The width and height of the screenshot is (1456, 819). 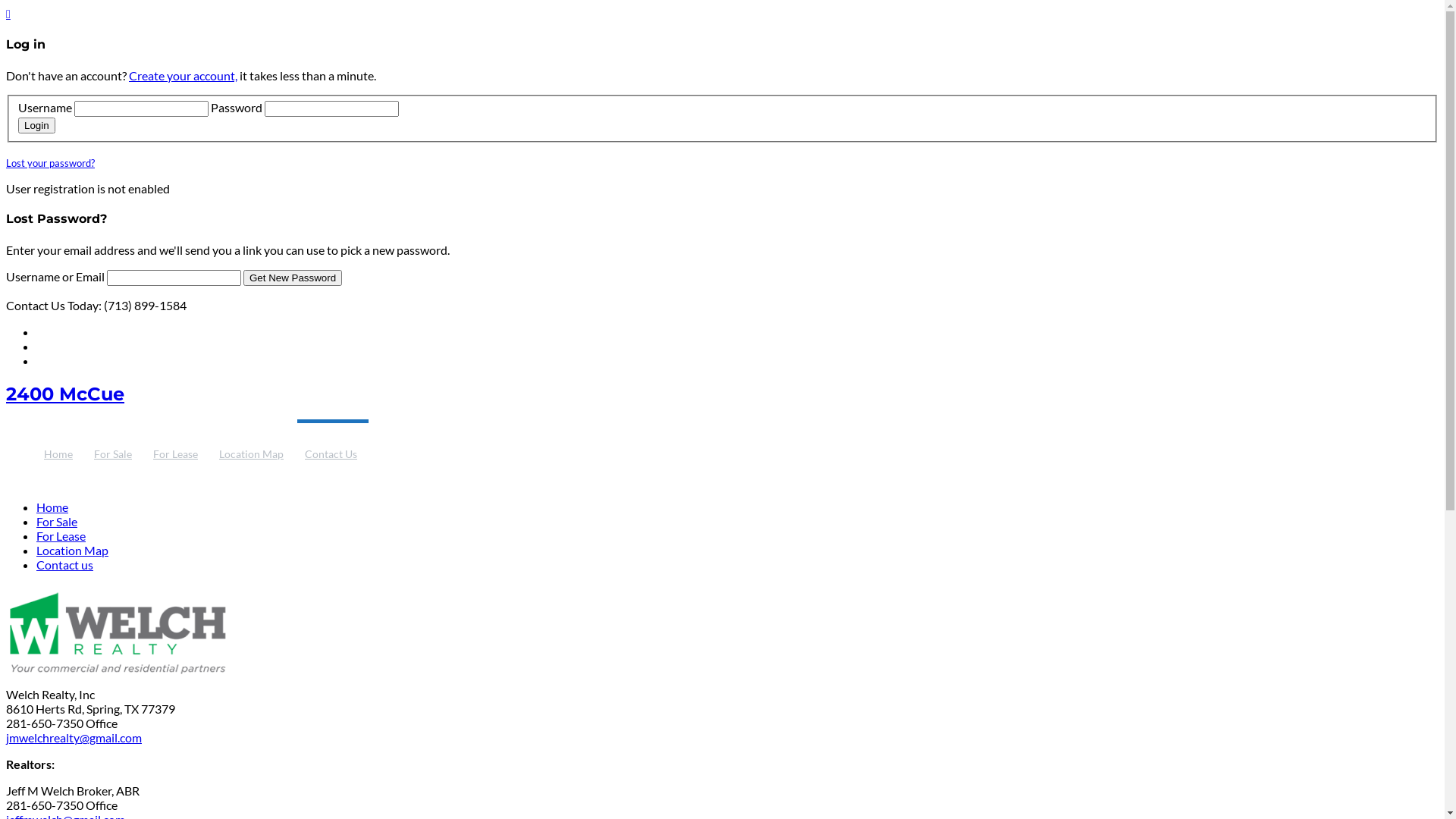 I want to click on 'For Lease', so click(x=61, y=535).